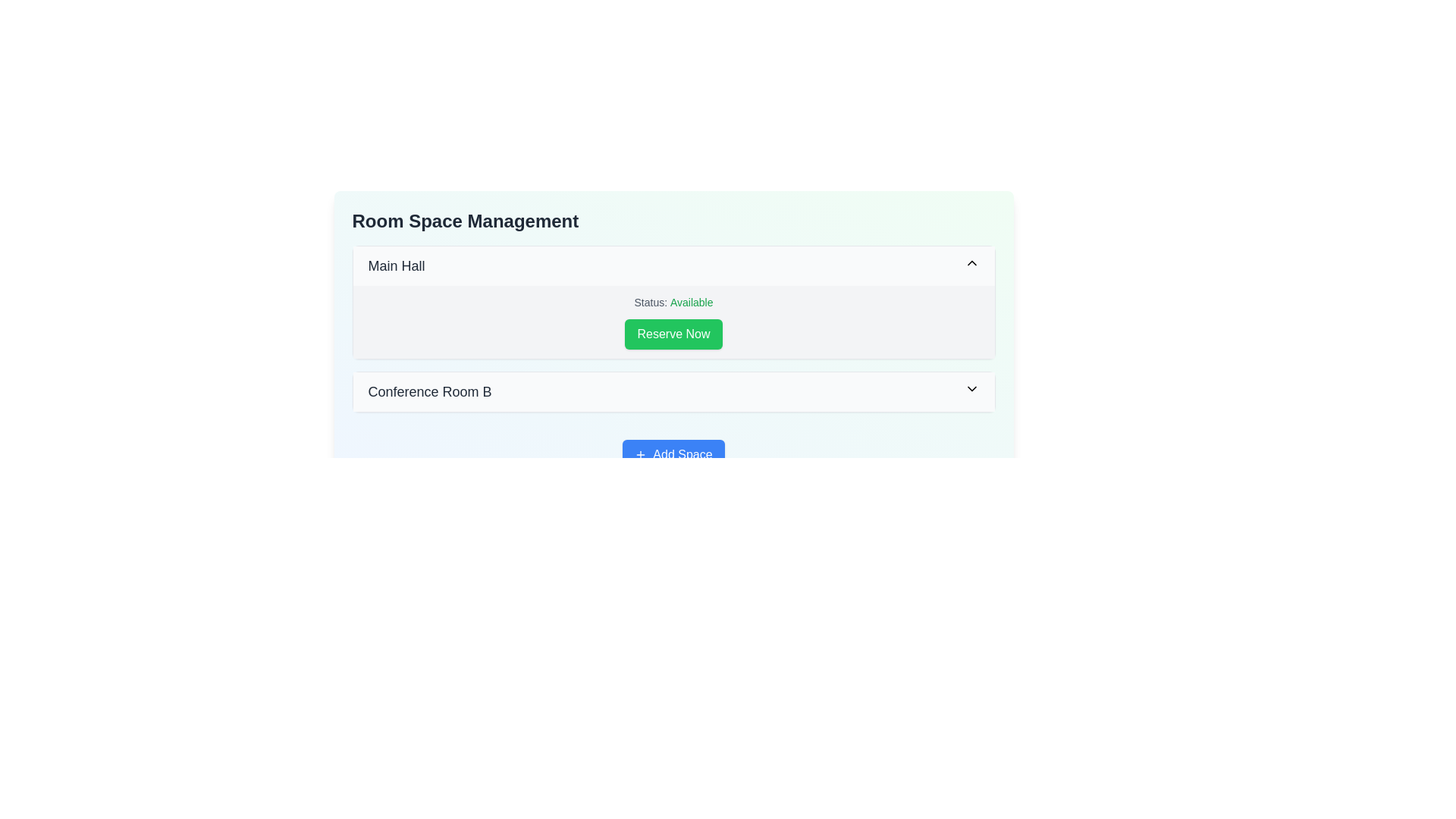 Image resolution: width=1456 pixels, height=819 pixels. What do you see at coordinates (673, 357) in the screenshot?
I see `the management panel located beneath the 'Room Space Management' heading, which displays room statuses and functionalities` at bounding box center [673, 357].